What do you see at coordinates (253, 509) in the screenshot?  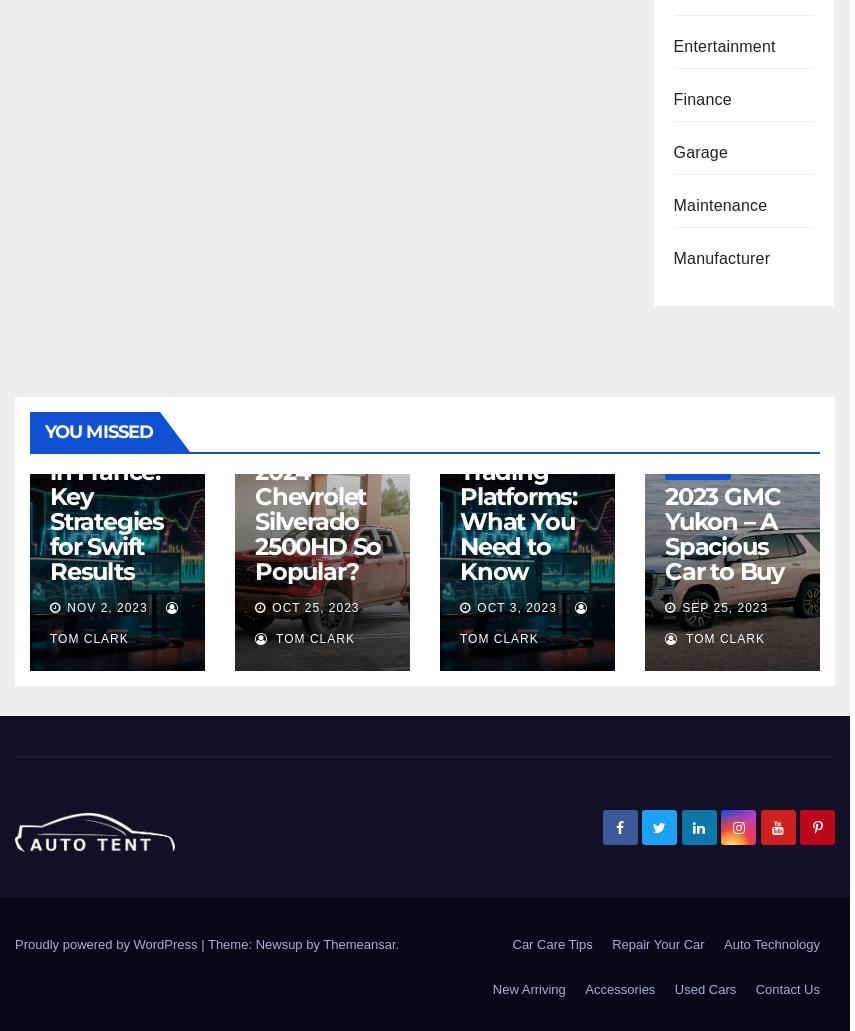 I see `'Why is the 2024 Chevrolet Silverado 2500HD So Popular?'` at bounding box center [253, 509].